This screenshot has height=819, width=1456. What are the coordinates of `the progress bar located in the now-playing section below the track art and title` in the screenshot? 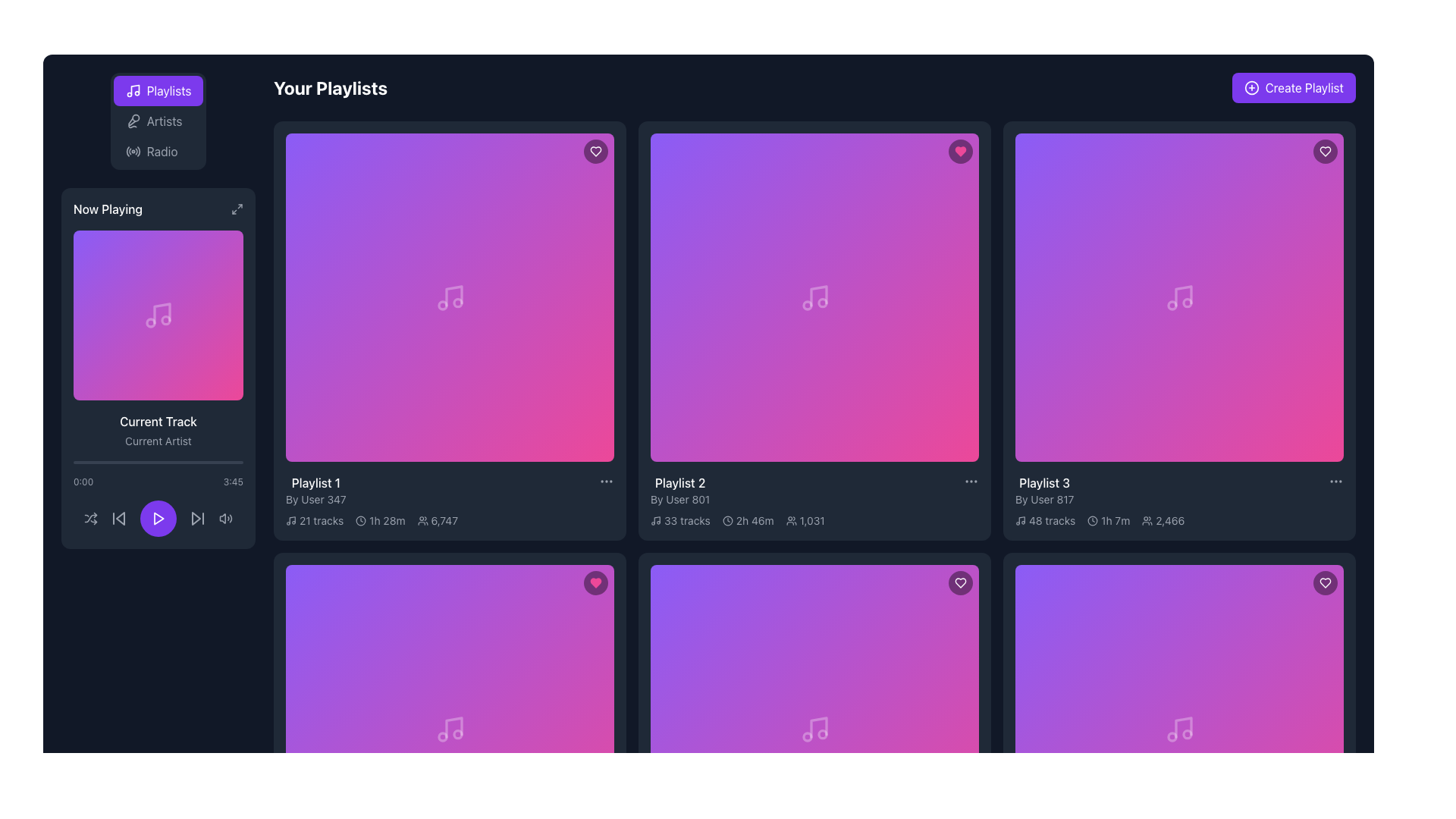 It's located at (158, 461).